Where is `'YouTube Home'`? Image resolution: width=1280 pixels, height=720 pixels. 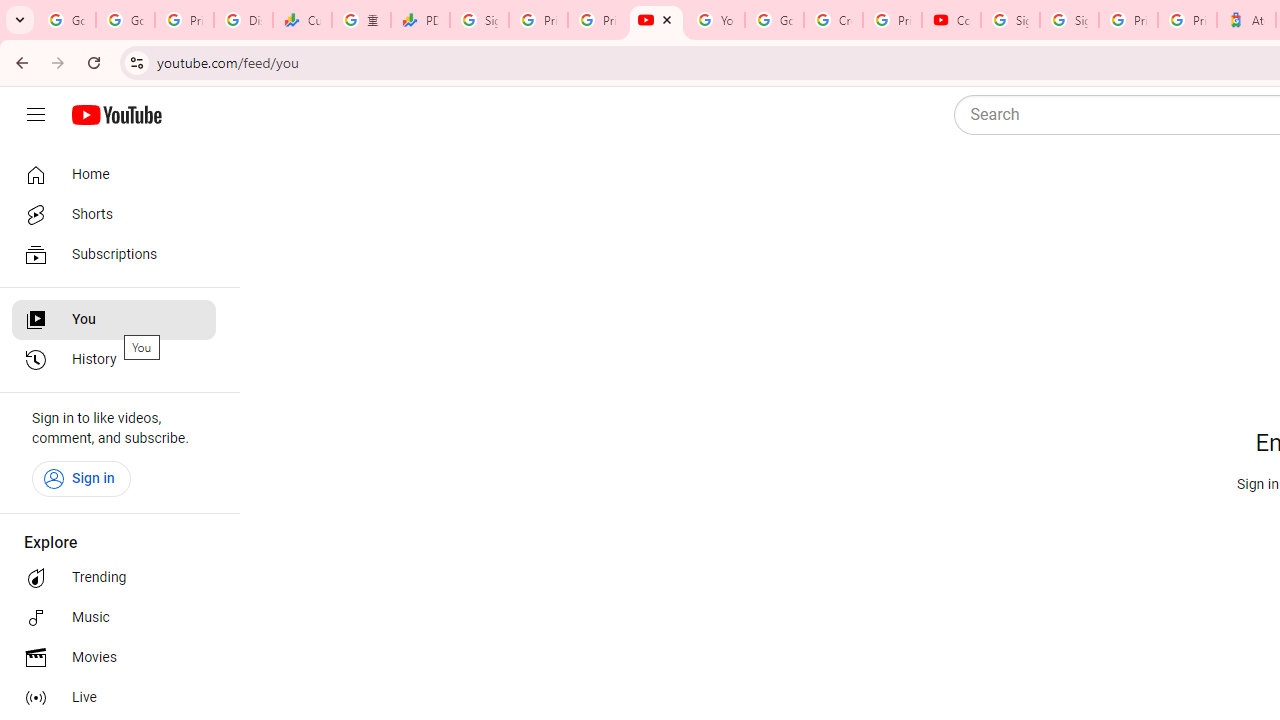
'YouTube Home' is located at coordinates (115, 115).